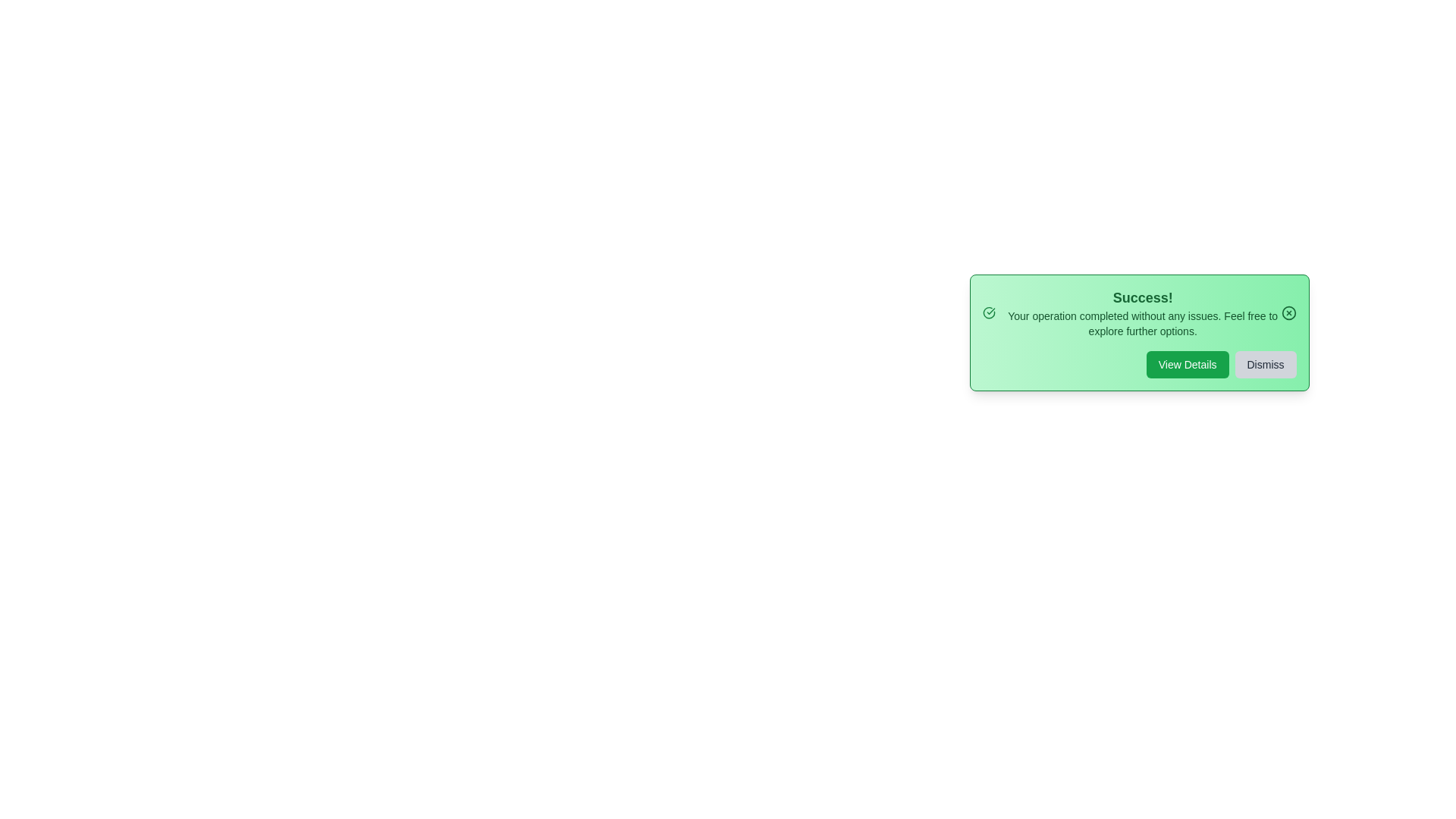 The height and width of the screenshot is (819, 1456). I want to click on the text within the alert box to select it, so click(1139, 312).